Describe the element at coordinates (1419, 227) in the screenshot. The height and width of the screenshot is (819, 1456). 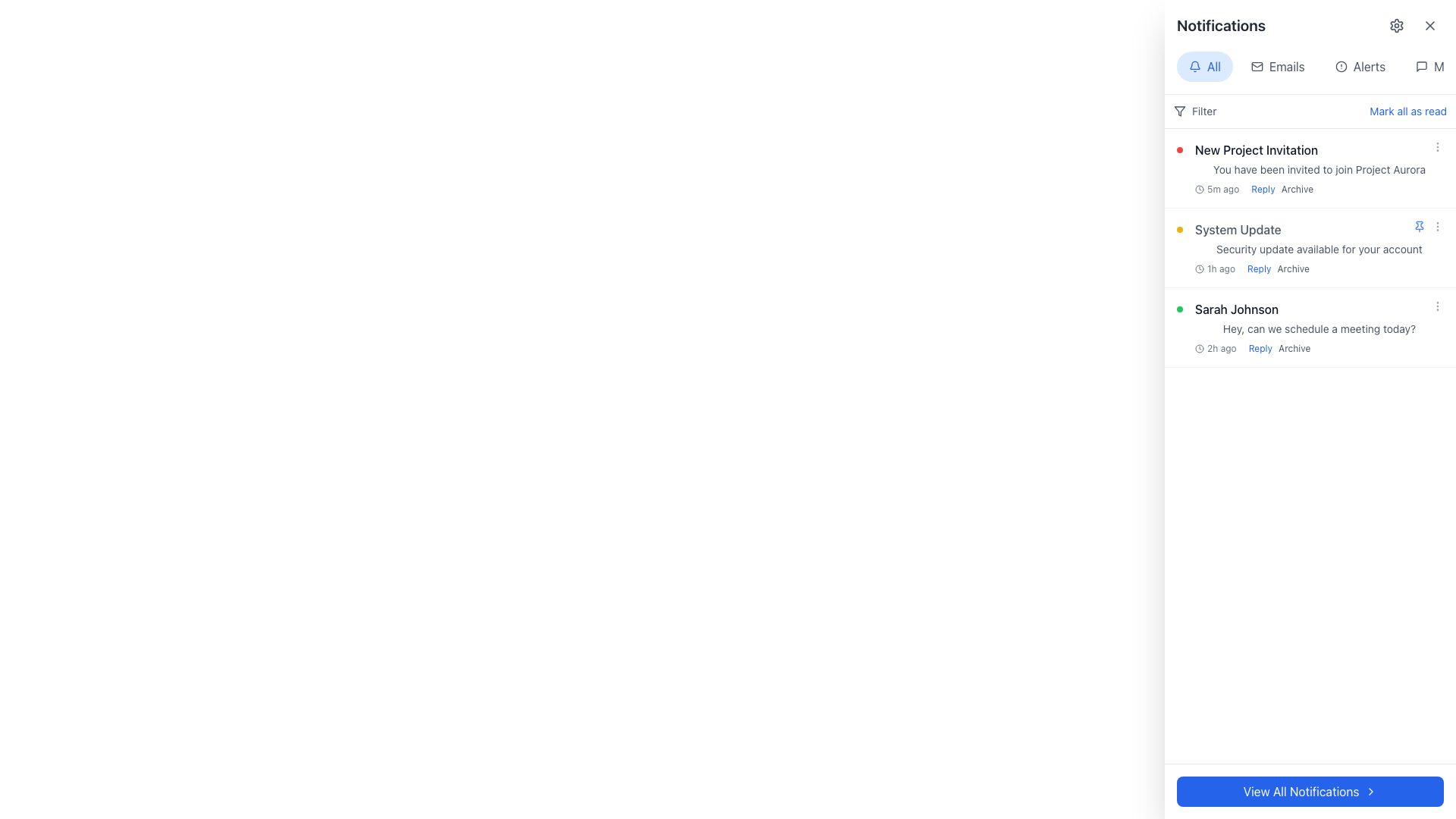
I see `the blue-colored pin icon located to the right of the 'System Update' notification message` at that location.